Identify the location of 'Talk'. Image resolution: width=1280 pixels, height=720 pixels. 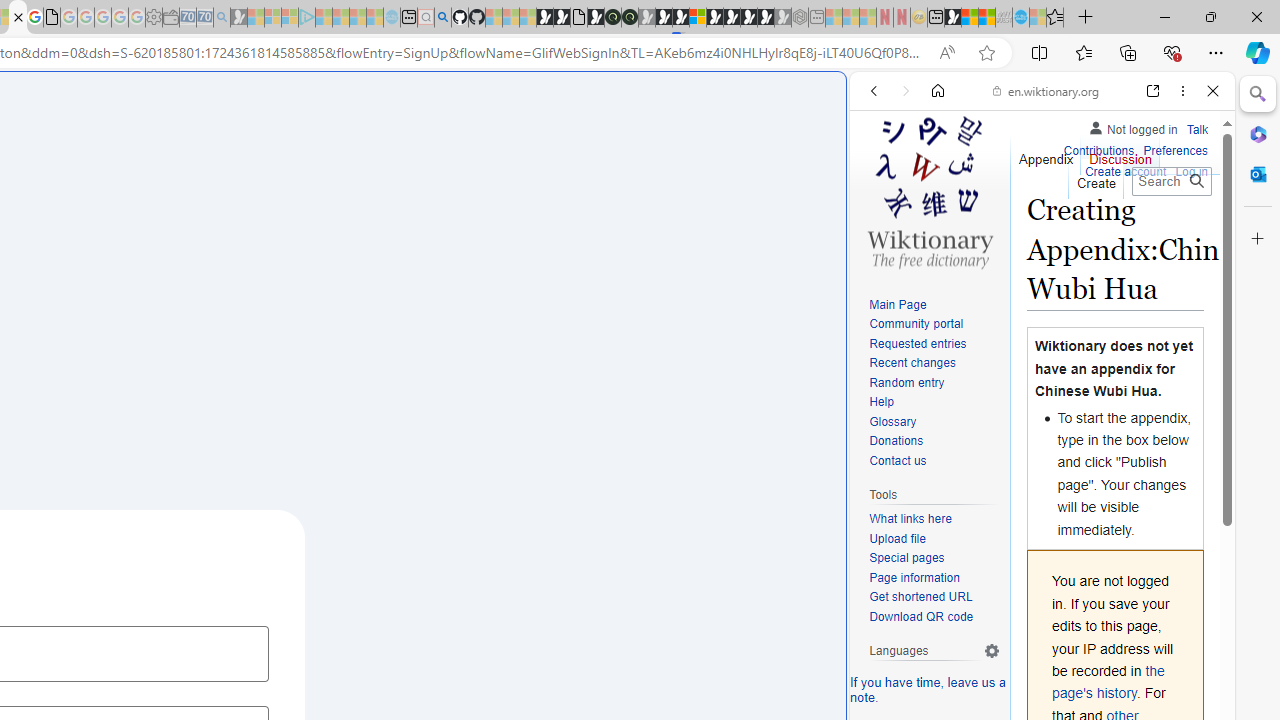
(1197, 126).